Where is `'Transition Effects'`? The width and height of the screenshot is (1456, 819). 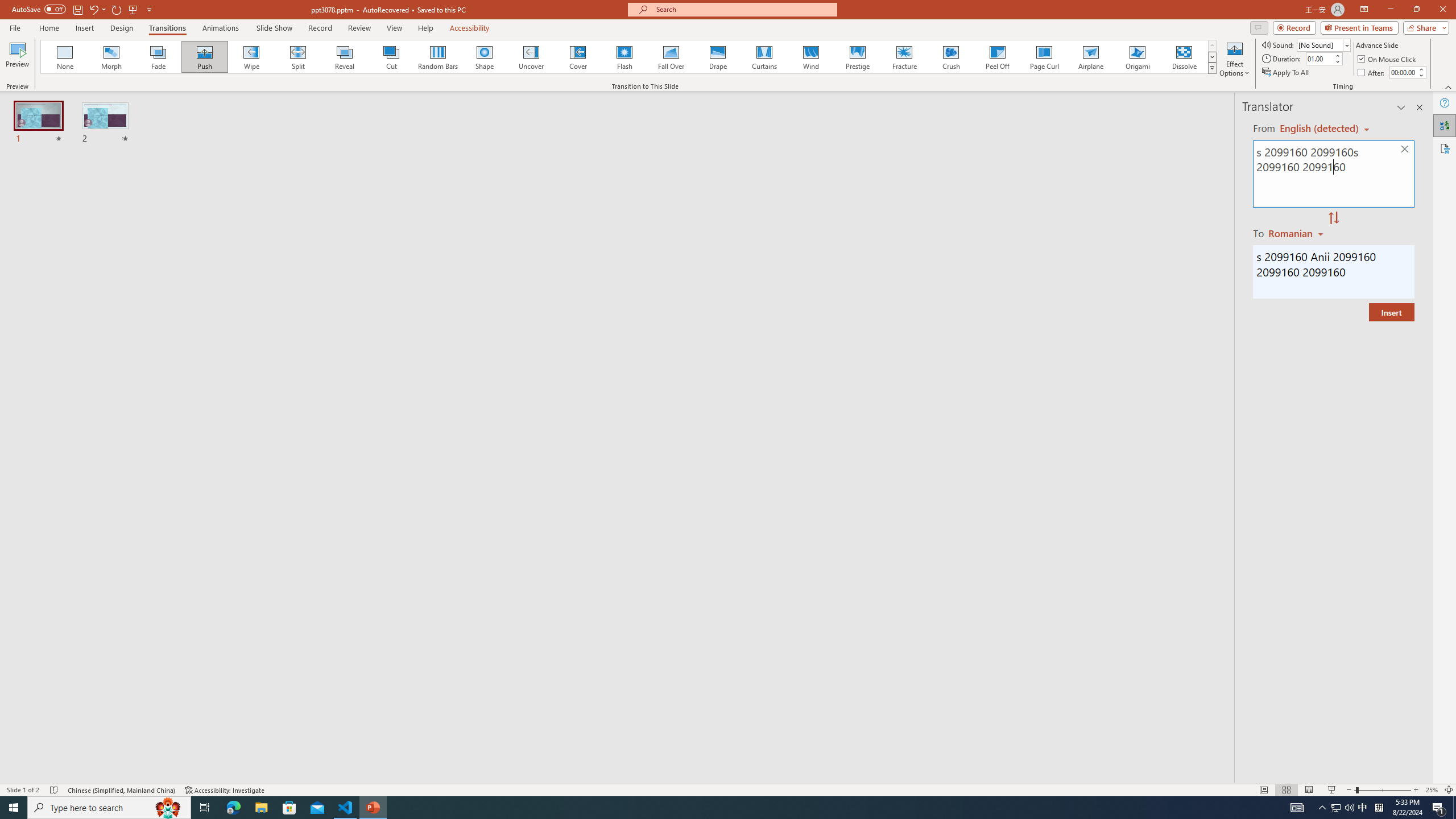 'Transition Effects' is located at coordinates (1212, 67).